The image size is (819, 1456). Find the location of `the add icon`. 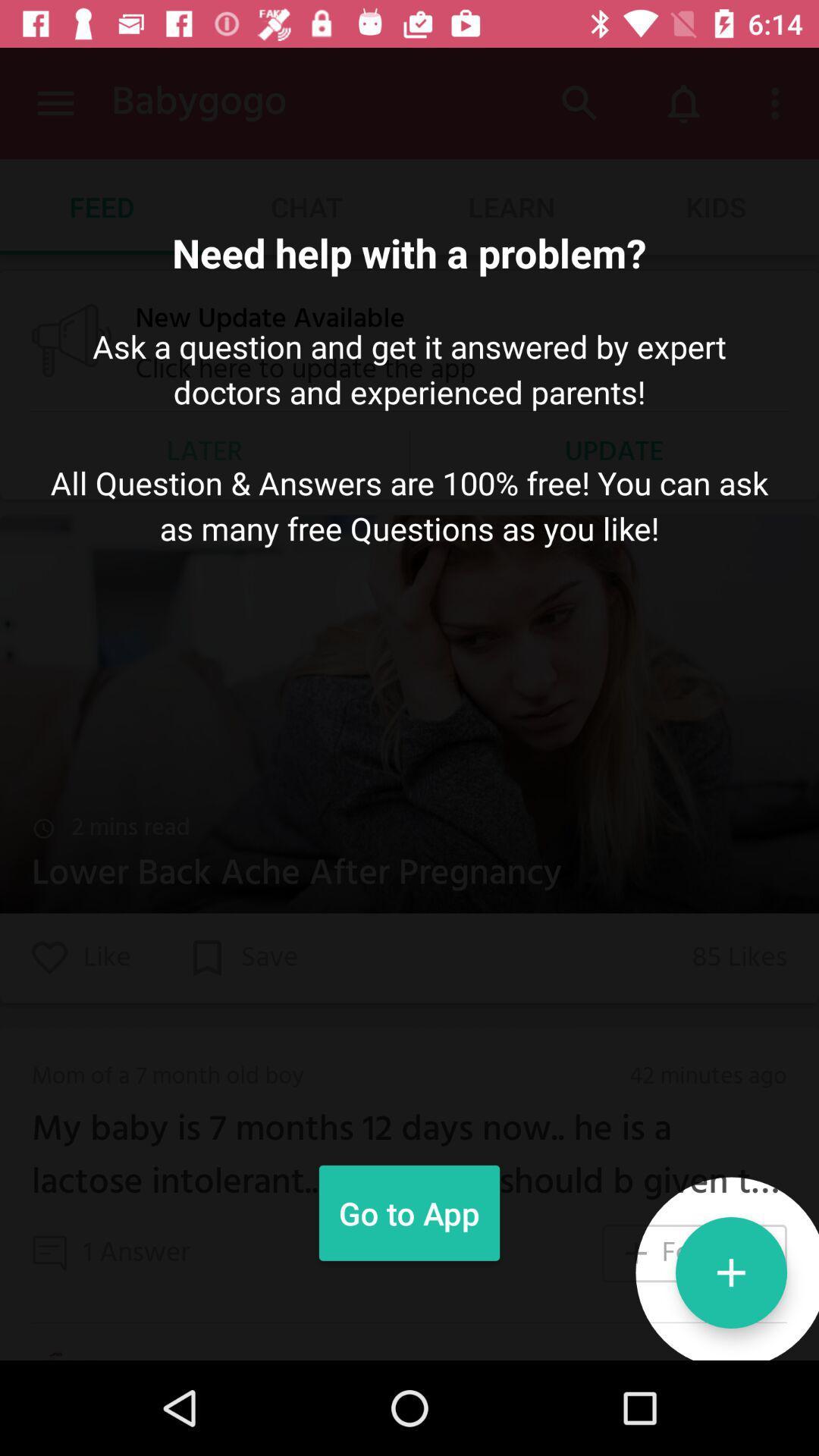

the add icon is located at coordinates (730, 1272).